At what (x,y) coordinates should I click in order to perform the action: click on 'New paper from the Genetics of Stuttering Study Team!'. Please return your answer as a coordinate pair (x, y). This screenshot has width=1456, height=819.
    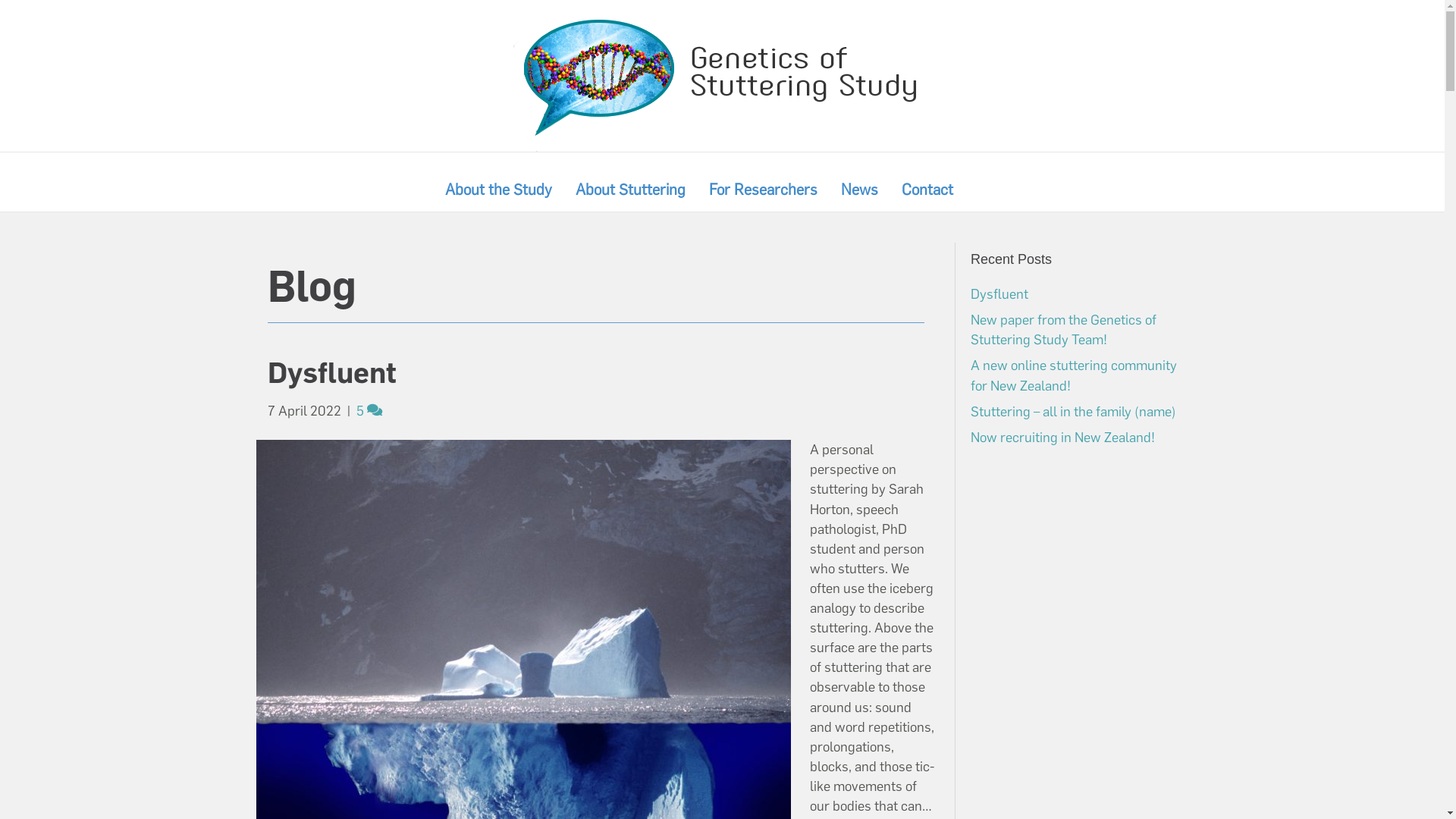
    Looking at the image, I should click on (971, 329).